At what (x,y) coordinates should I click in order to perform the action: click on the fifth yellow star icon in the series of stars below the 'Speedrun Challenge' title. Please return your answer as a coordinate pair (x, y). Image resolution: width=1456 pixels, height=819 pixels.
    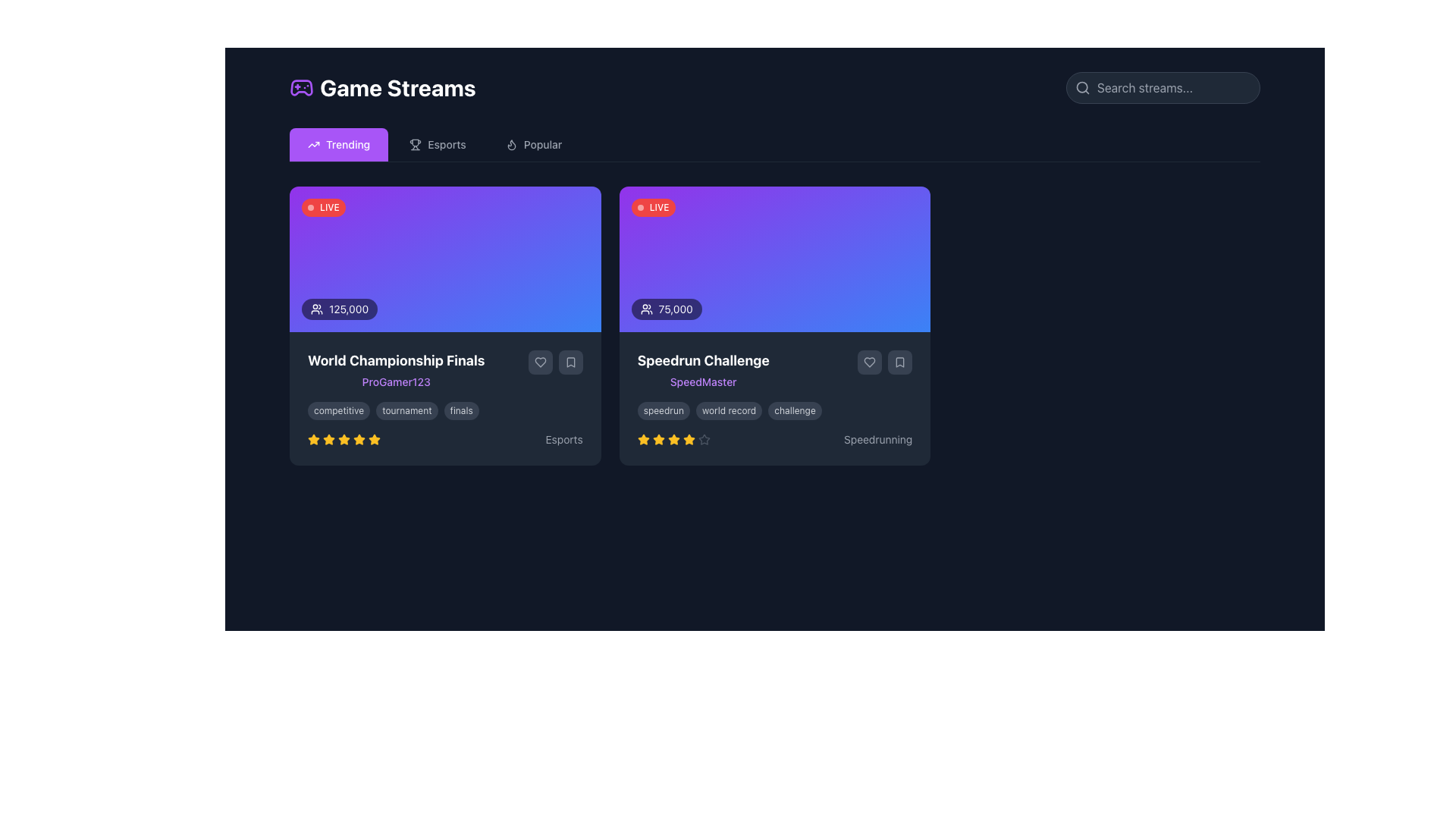
    Looking at the image, I should click on (688, 439).